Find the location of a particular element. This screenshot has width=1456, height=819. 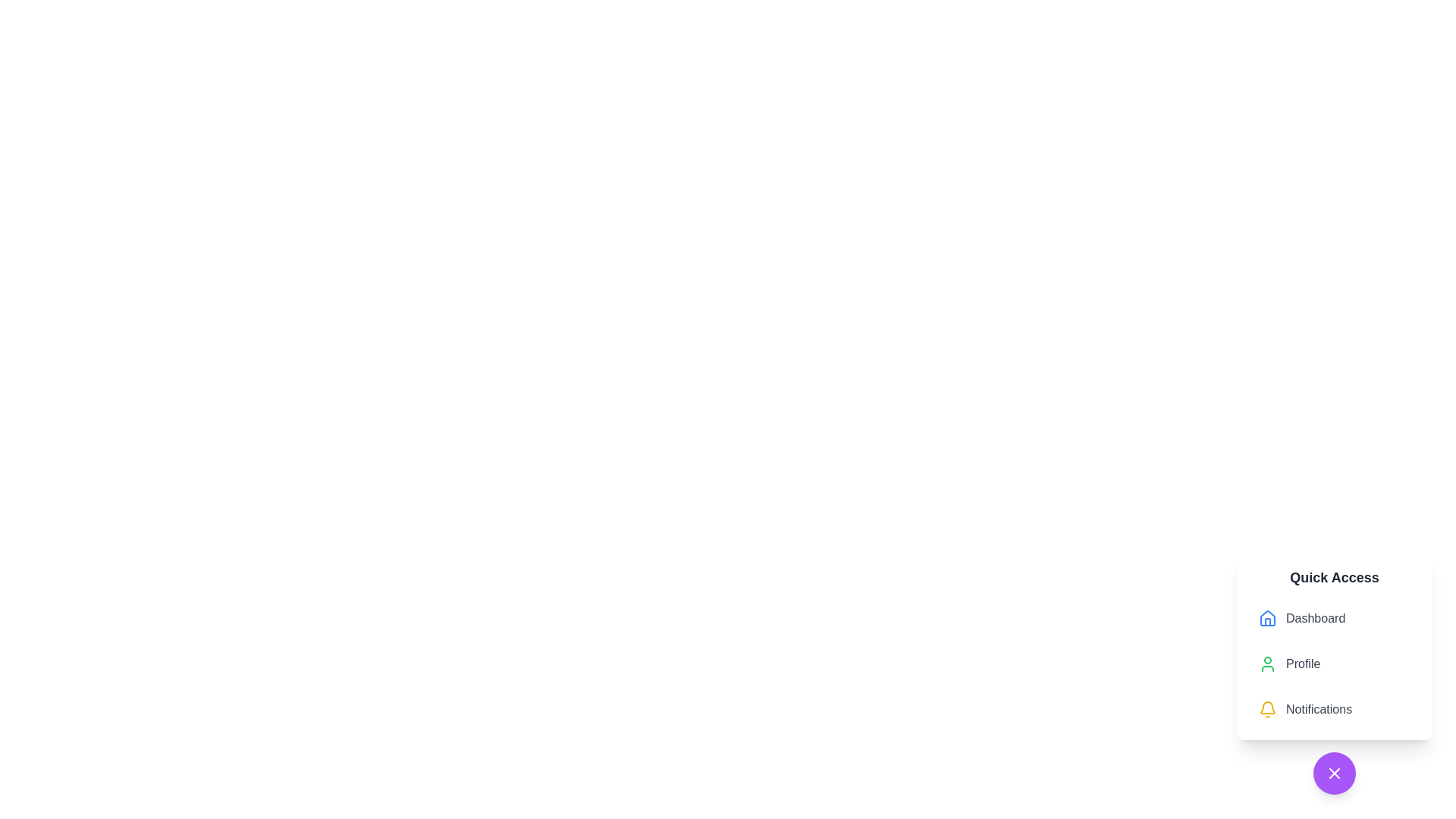

the close or cancel button, which is a circular purple button located at the bottom-right corner of the interface is located at coordinates (1335, 773).